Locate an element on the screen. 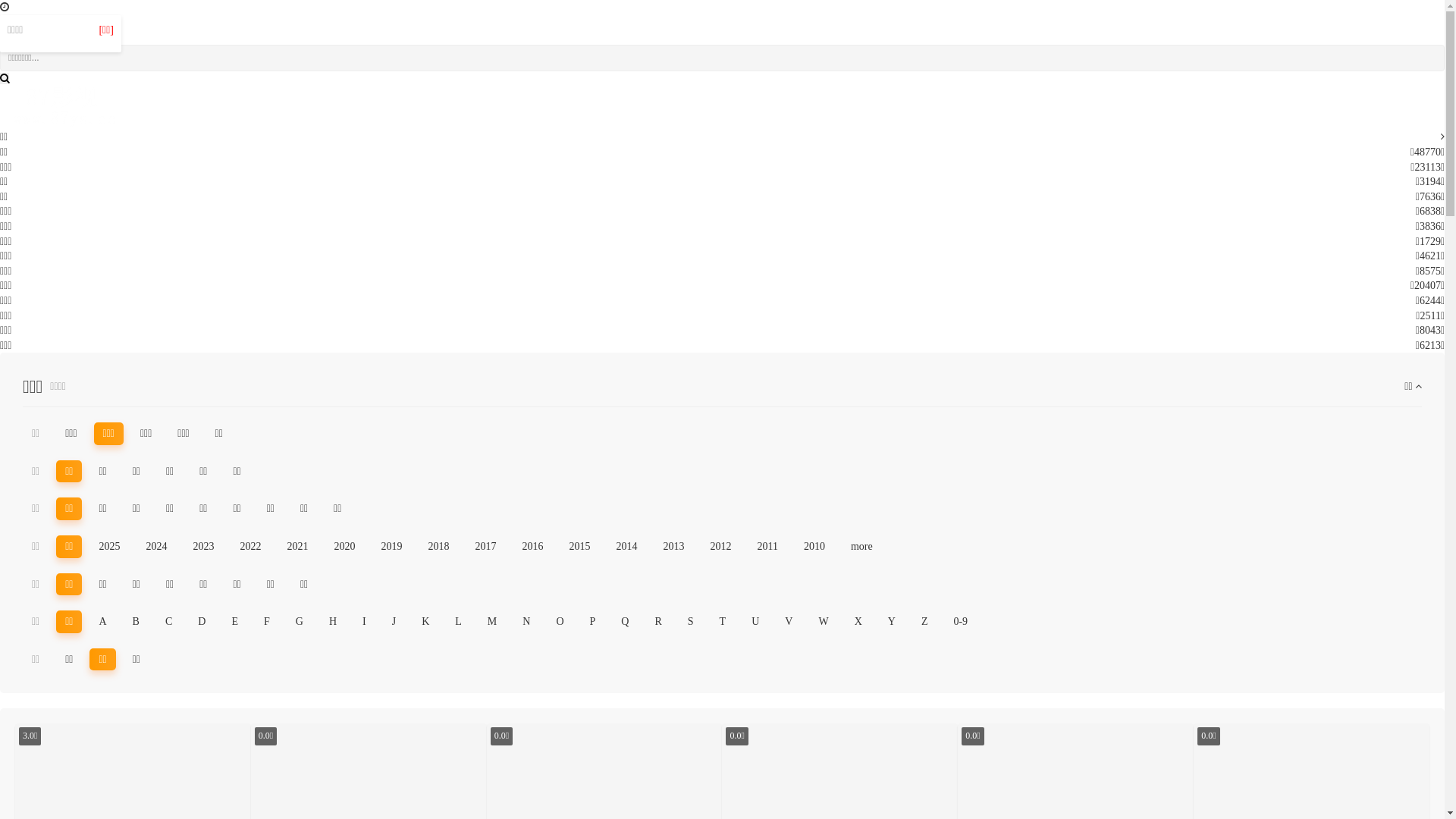  'Z' is located at coordinates (924, 622).